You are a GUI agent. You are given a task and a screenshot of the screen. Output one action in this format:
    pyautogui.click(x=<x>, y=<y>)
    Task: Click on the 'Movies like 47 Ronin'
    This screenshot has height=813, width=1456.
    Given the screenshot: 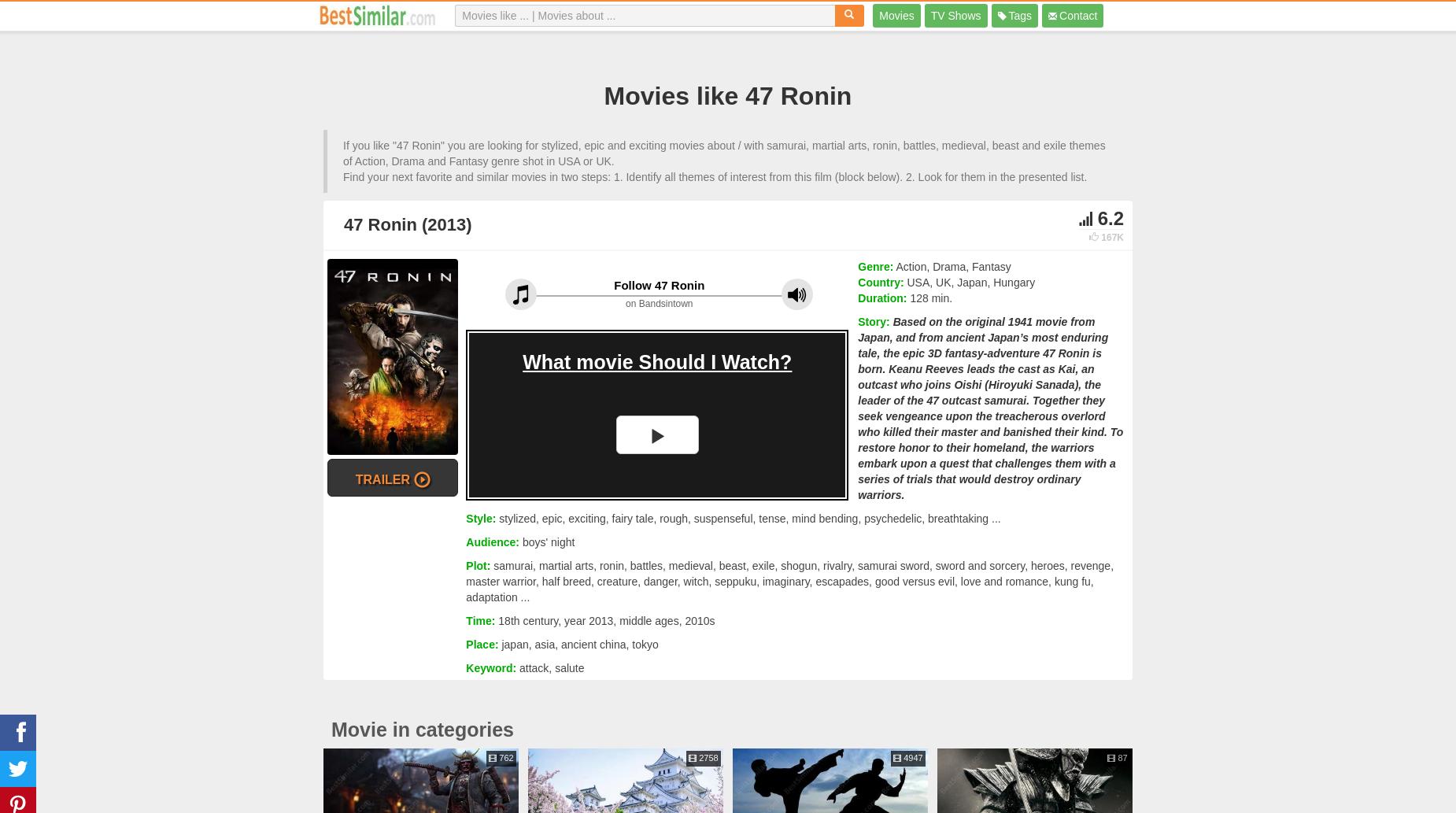 What is the action you would take?
    pyautogui.click(x=727, y=95)
    